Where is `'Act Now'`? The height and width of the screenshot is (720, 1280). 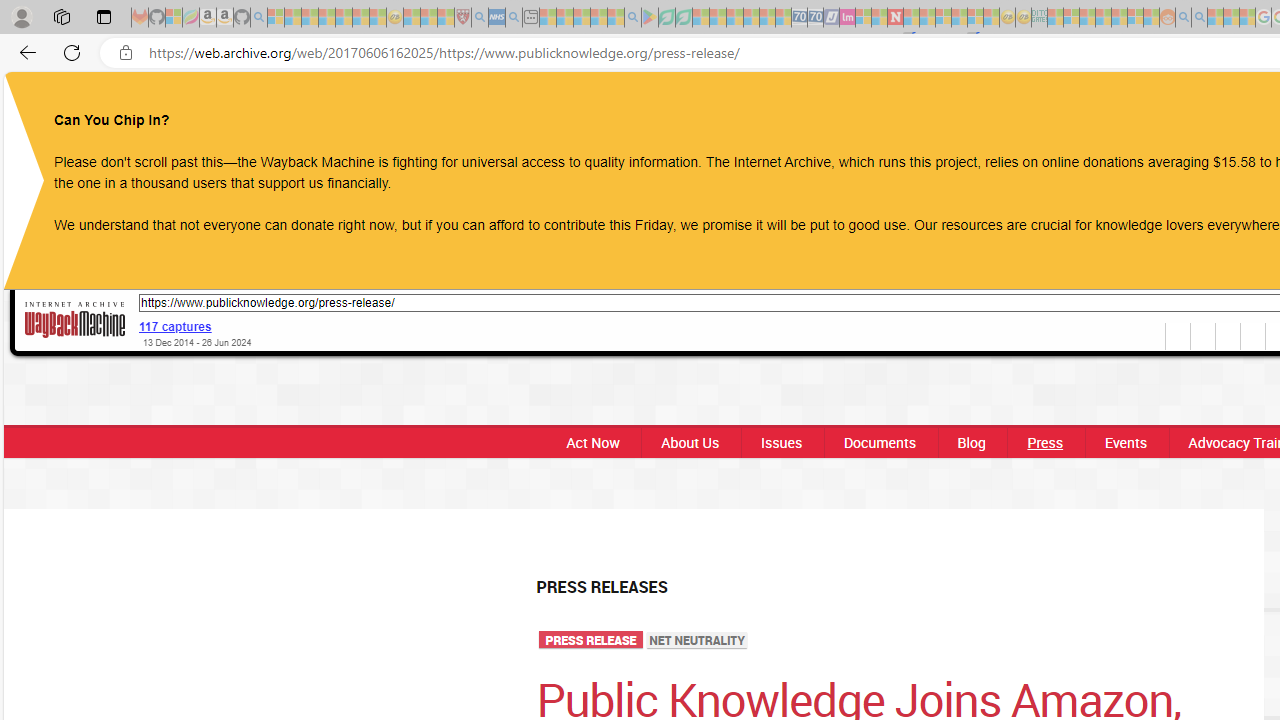 'Act Now' is located at coordinates (586, 441).